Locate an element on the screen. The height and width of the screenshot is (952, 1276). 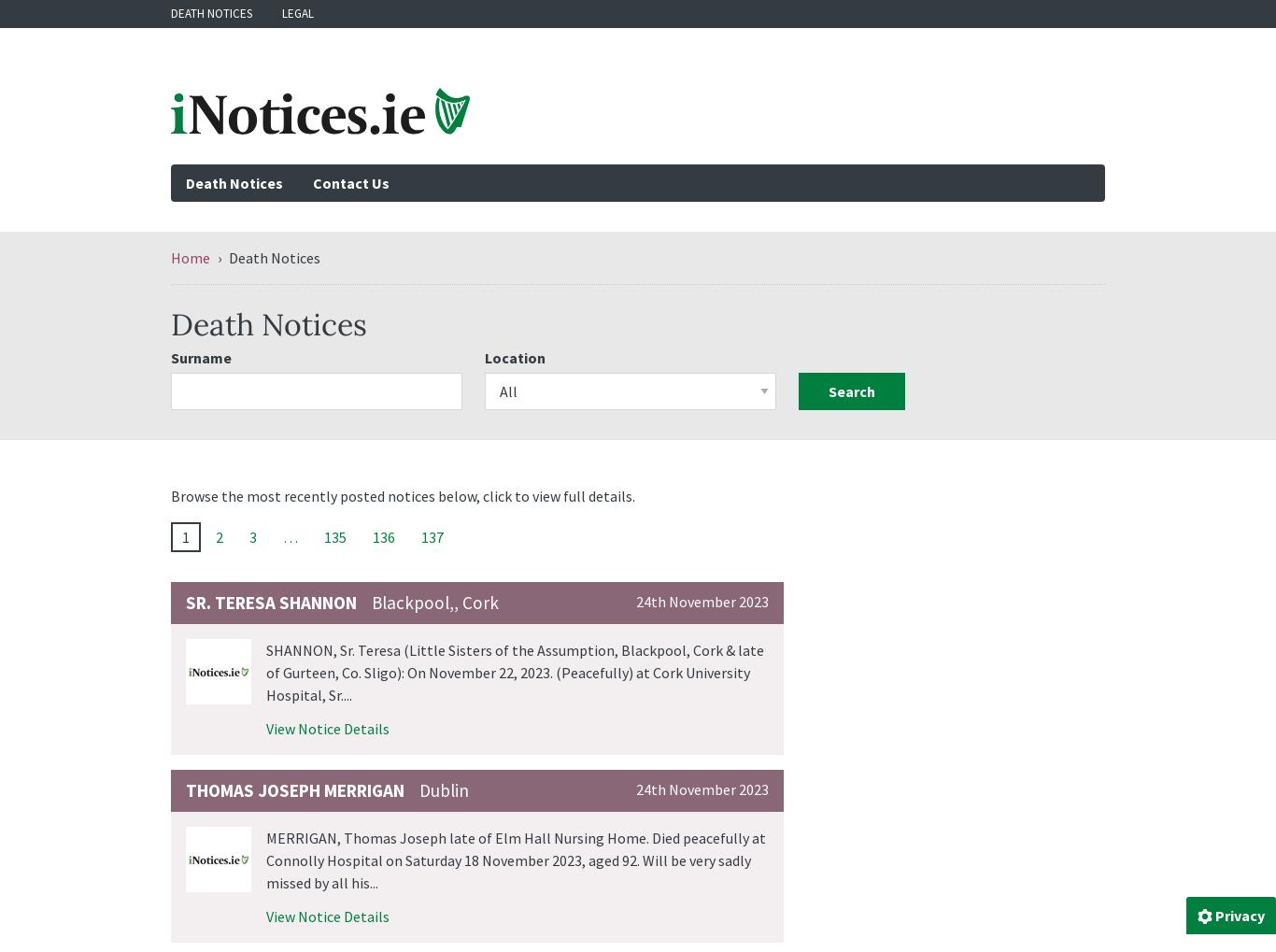
'3' is located at coordinates (253, 536).